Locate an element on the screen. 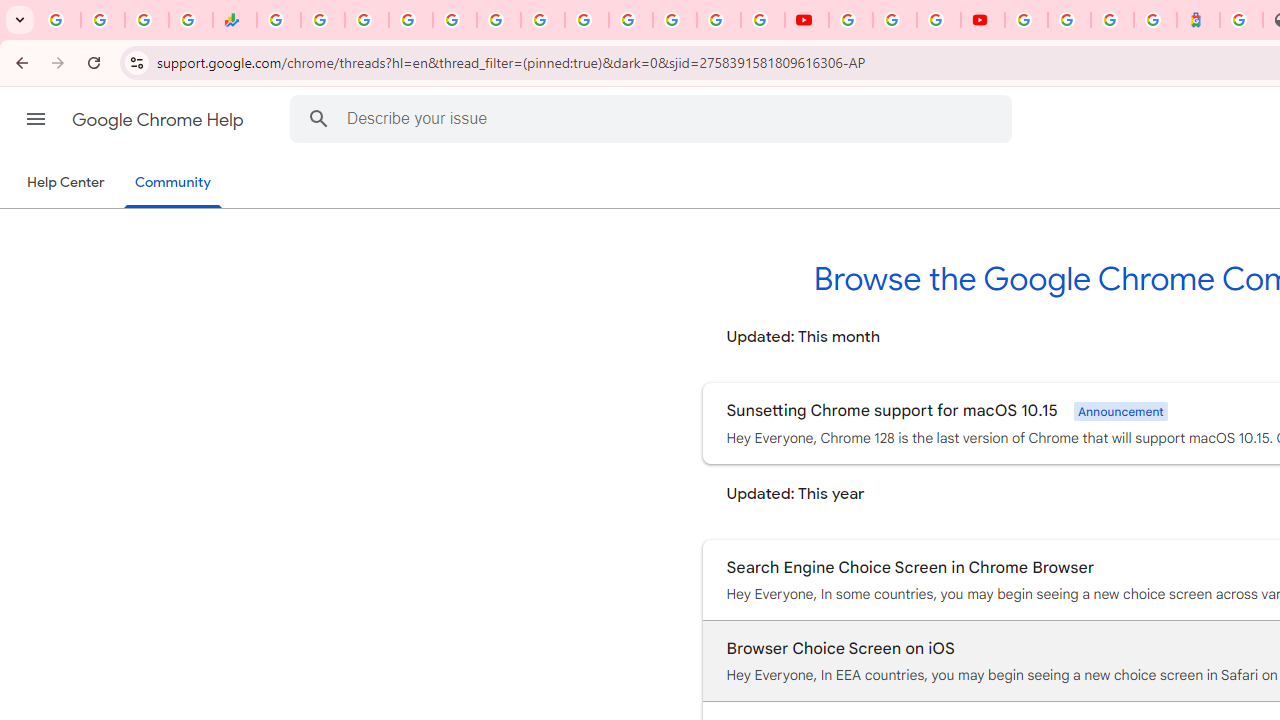 The width and height of the screenshot is (1280, 720). 'Describe your issue' is located at coordinates (654, 118).